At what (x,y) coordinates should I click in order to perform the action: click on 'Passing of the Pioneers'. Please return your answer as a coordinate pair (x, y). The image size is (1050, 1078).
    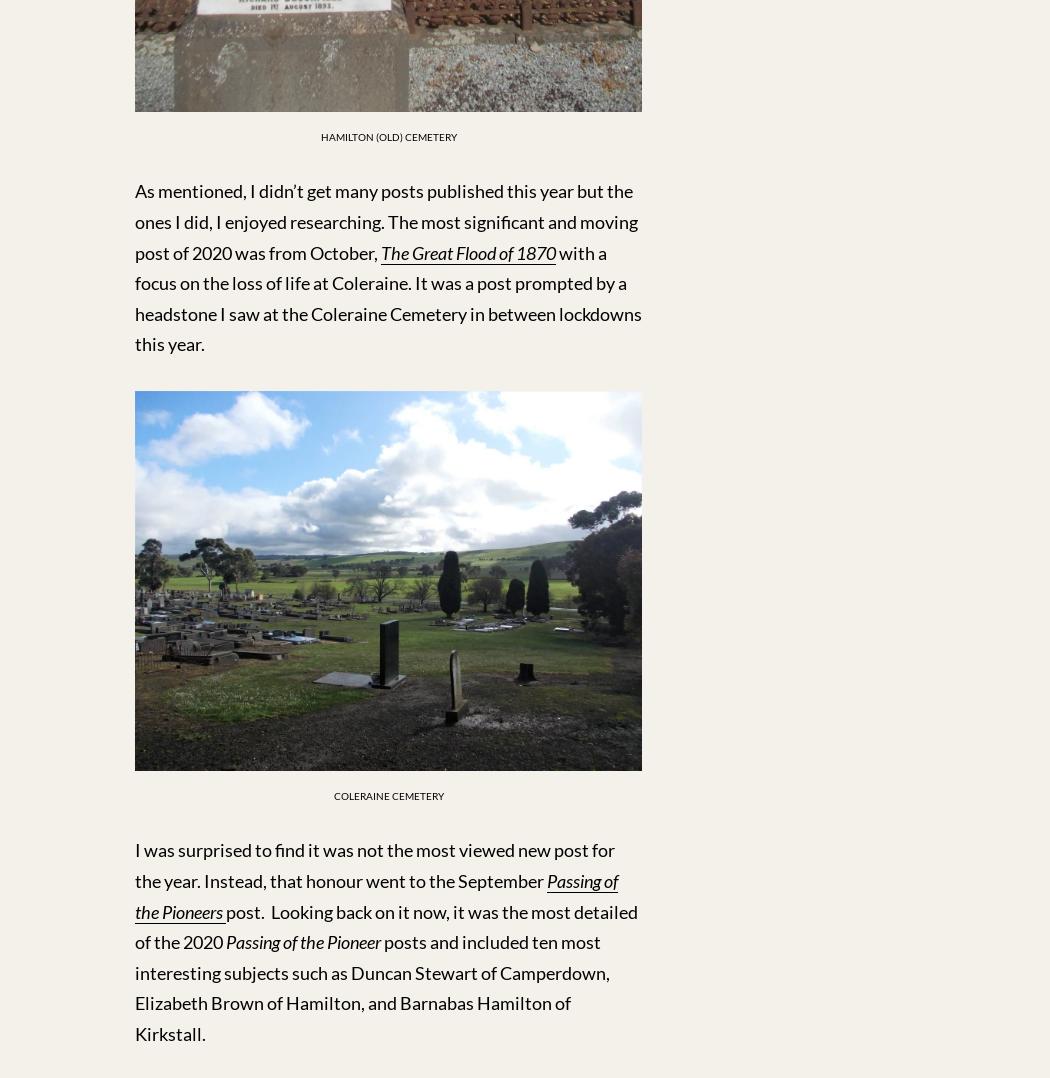
    Looking at the image, I should click on (376, 896).